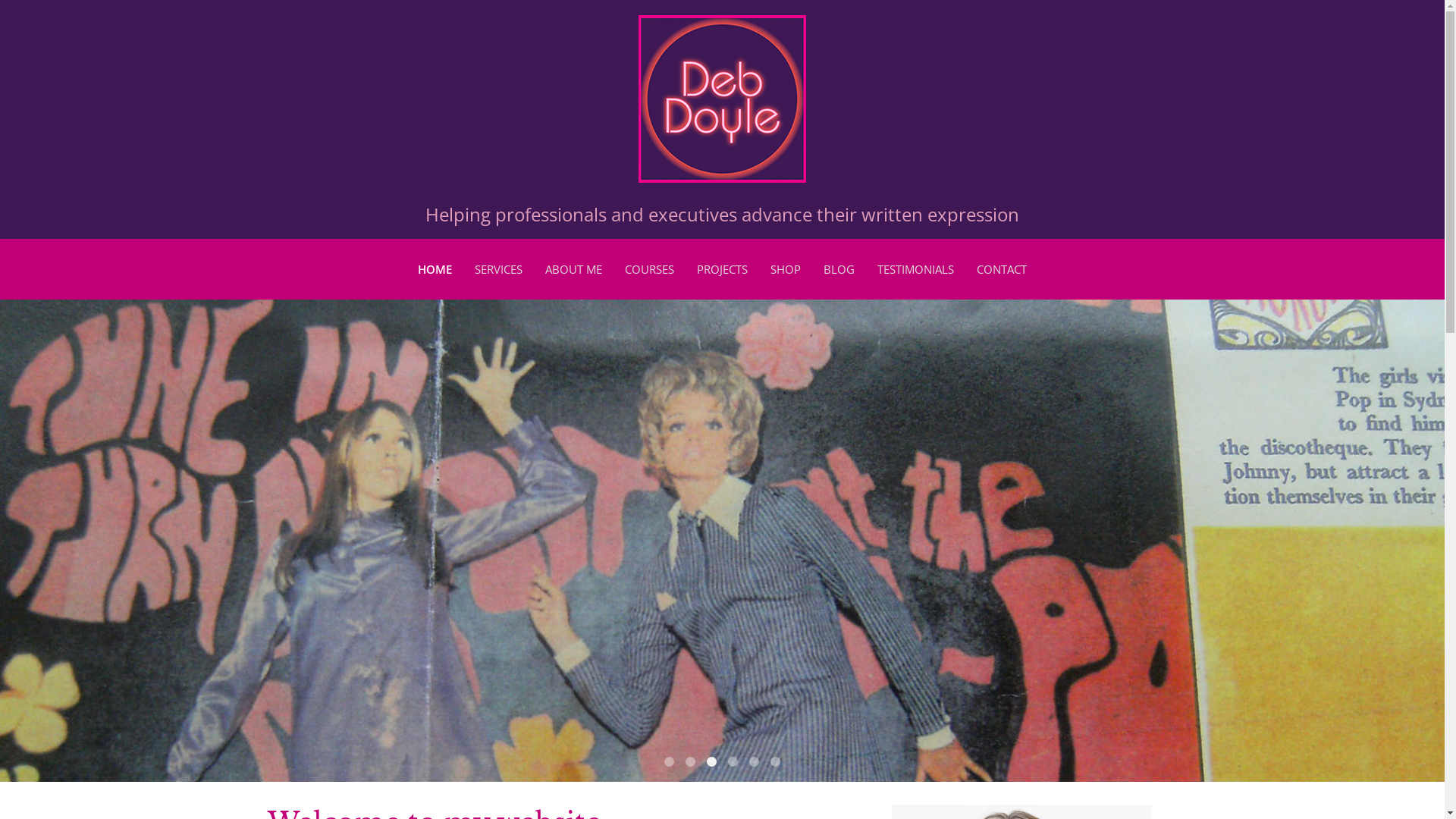 The height and width of the screenshot is (819, 1456). Describe the element at coordinates (915, 268) in the screenshot. I see `'TESTIMONIALS'` at that location.